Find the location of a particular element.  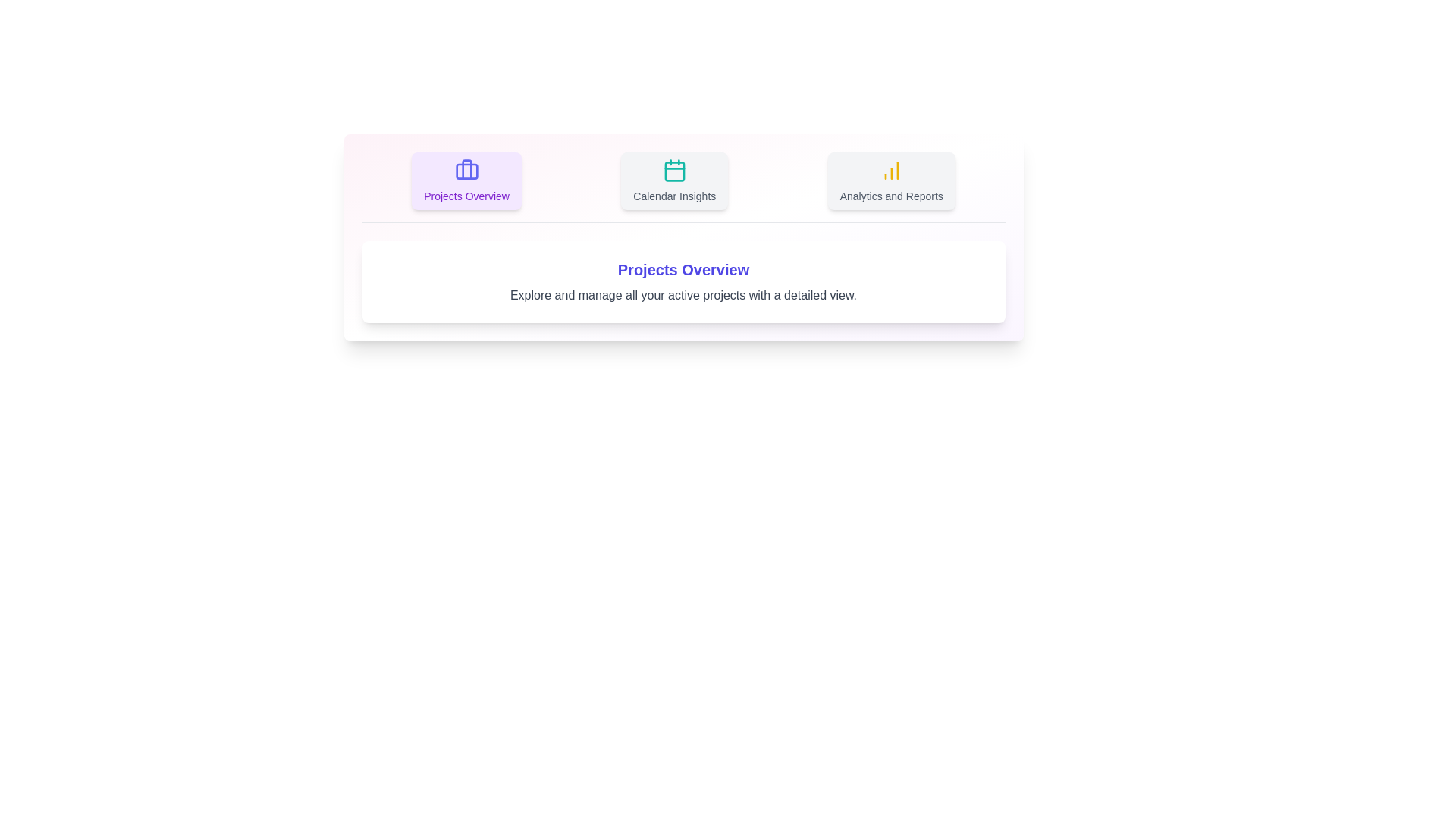

the tab labeled Calendar Insights to view its content is located at coordinates (673, 180).